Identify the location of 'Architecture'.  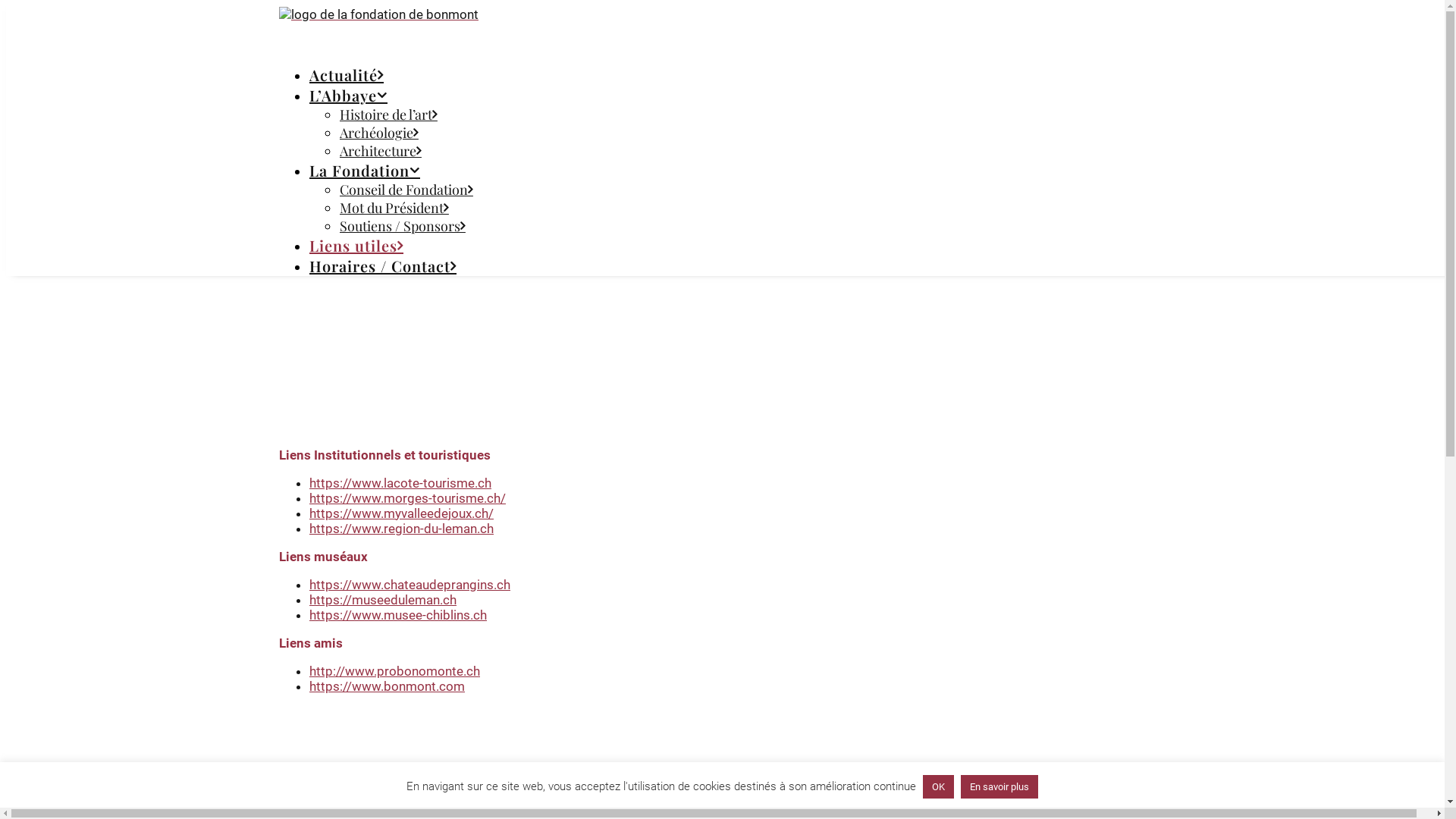
(381, 151).